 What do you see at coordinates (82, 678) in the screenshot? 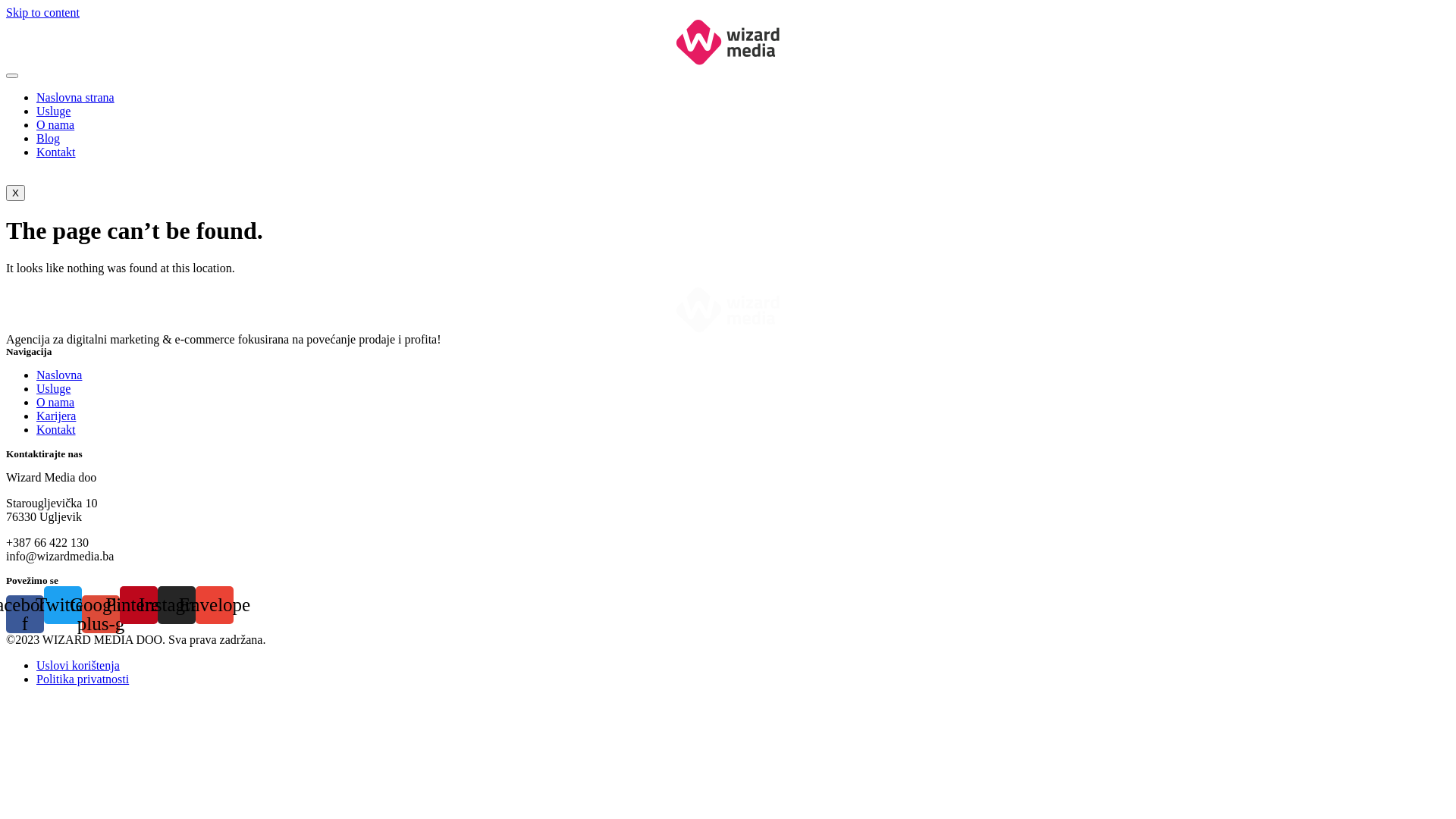
I see `'Politika privatnosti'` at bounding box center [82, 678].